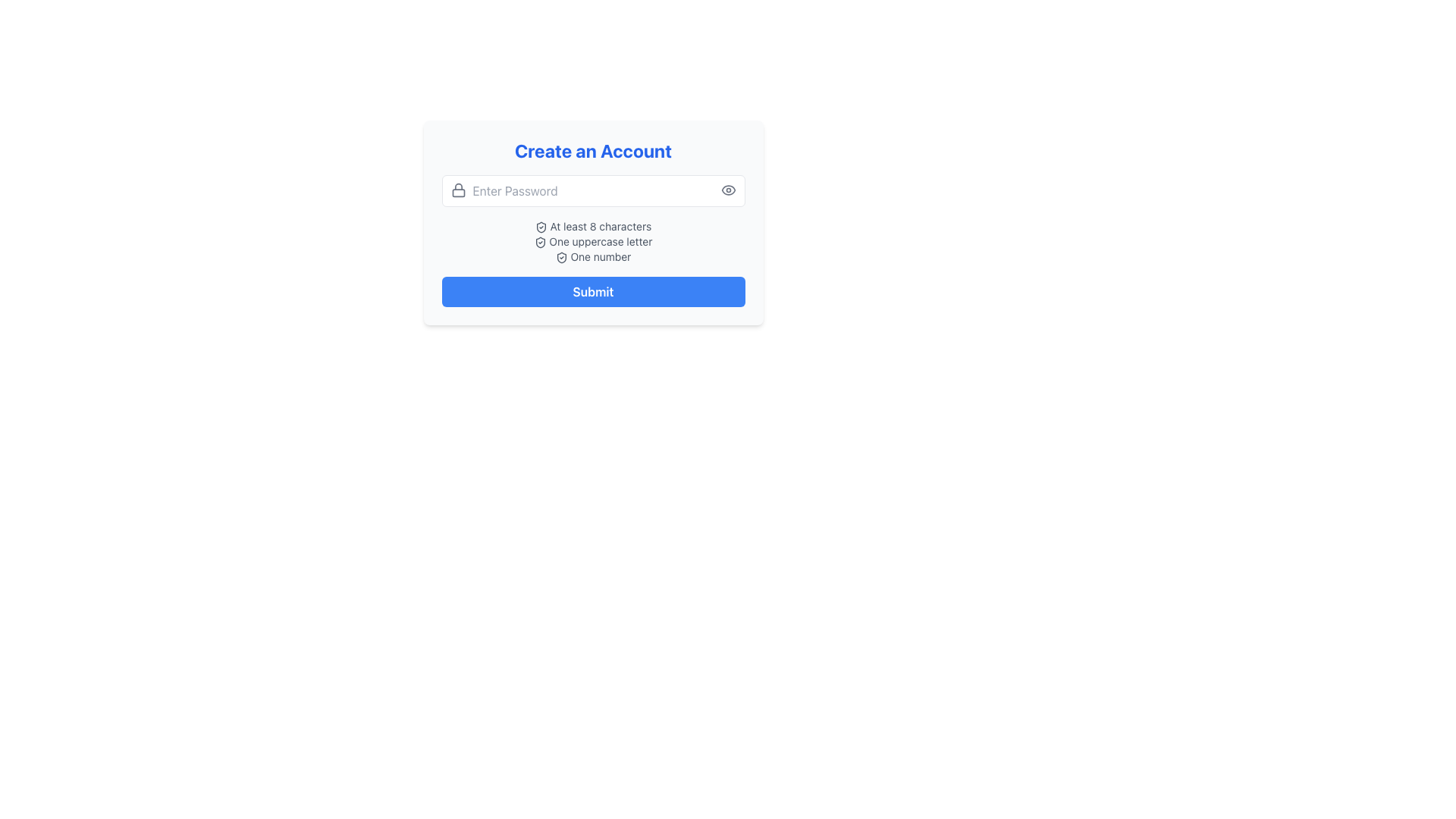 Image resolution: width=1456 pixels, height=819 pixels. What do you see at coordinates (457, 189) in the screenshot?
I see `the small gray lock icon located at the far-left edge of the password input field, which has a rounded design and a visible keyhole in the center` at bounding box center [457, 189].